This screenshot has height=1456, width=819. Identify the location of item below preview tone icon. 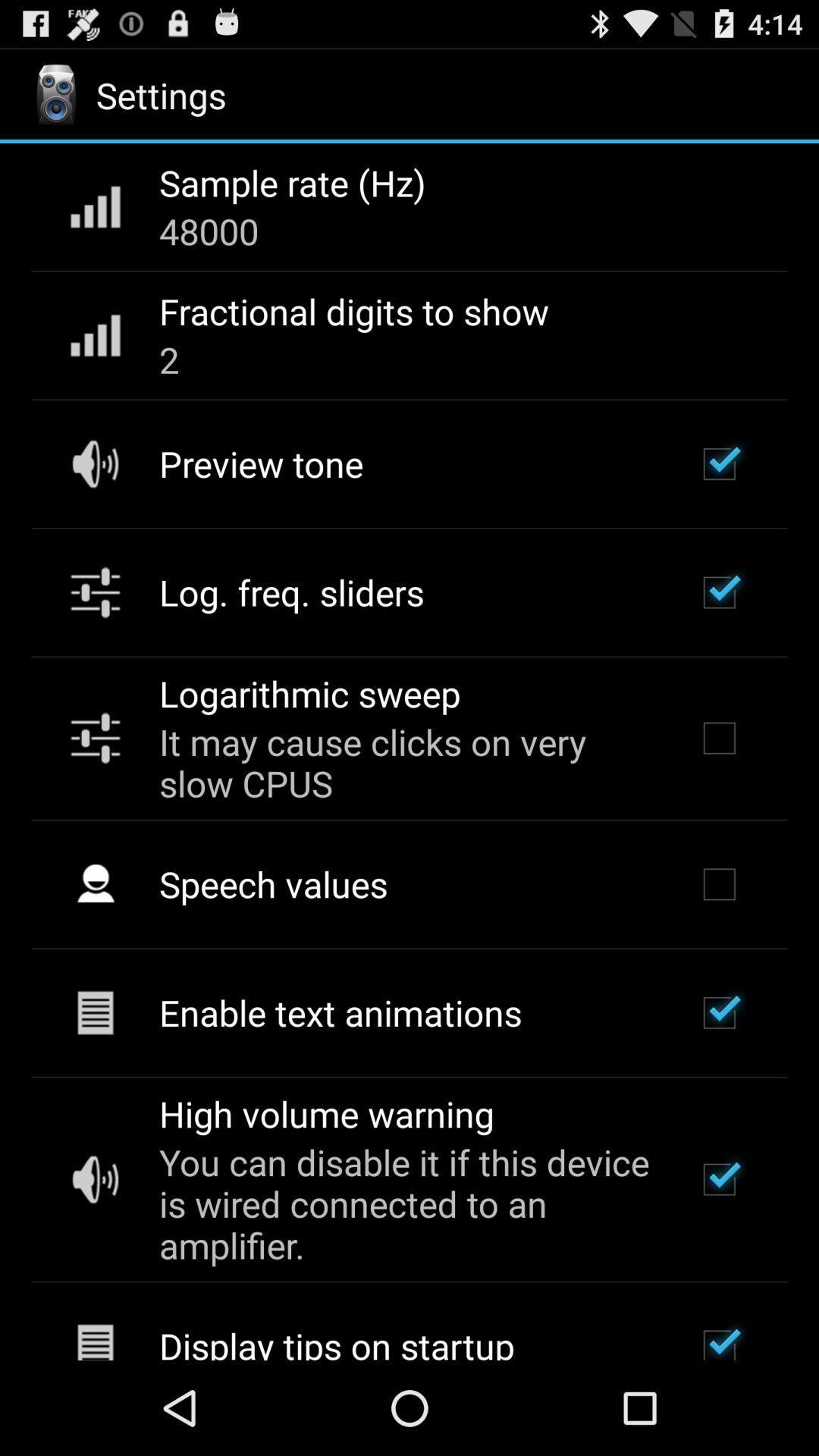
(291, 591).